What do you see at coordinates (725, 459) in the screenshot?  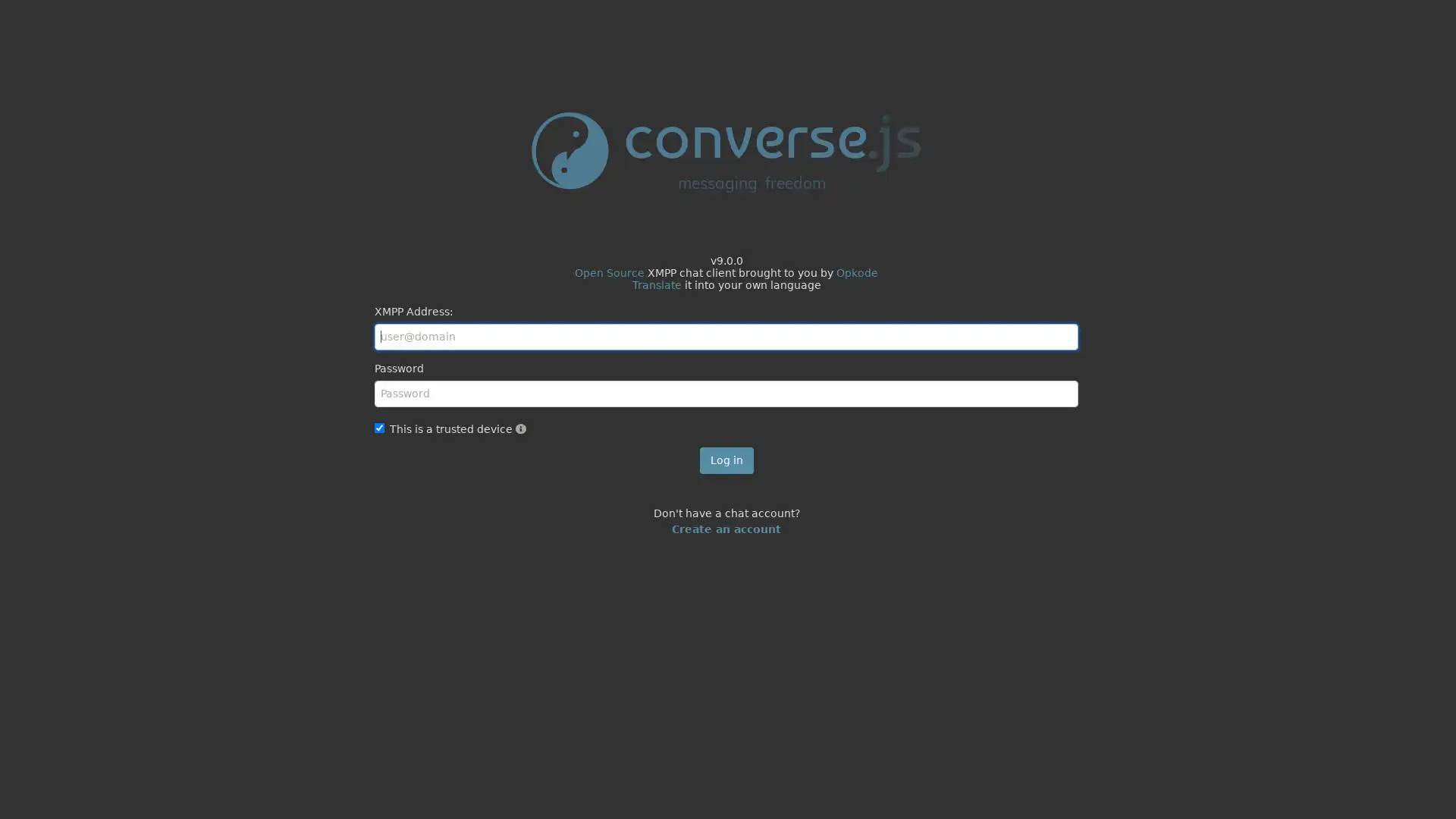 I see `Log in` at bounding box center [725, 459].